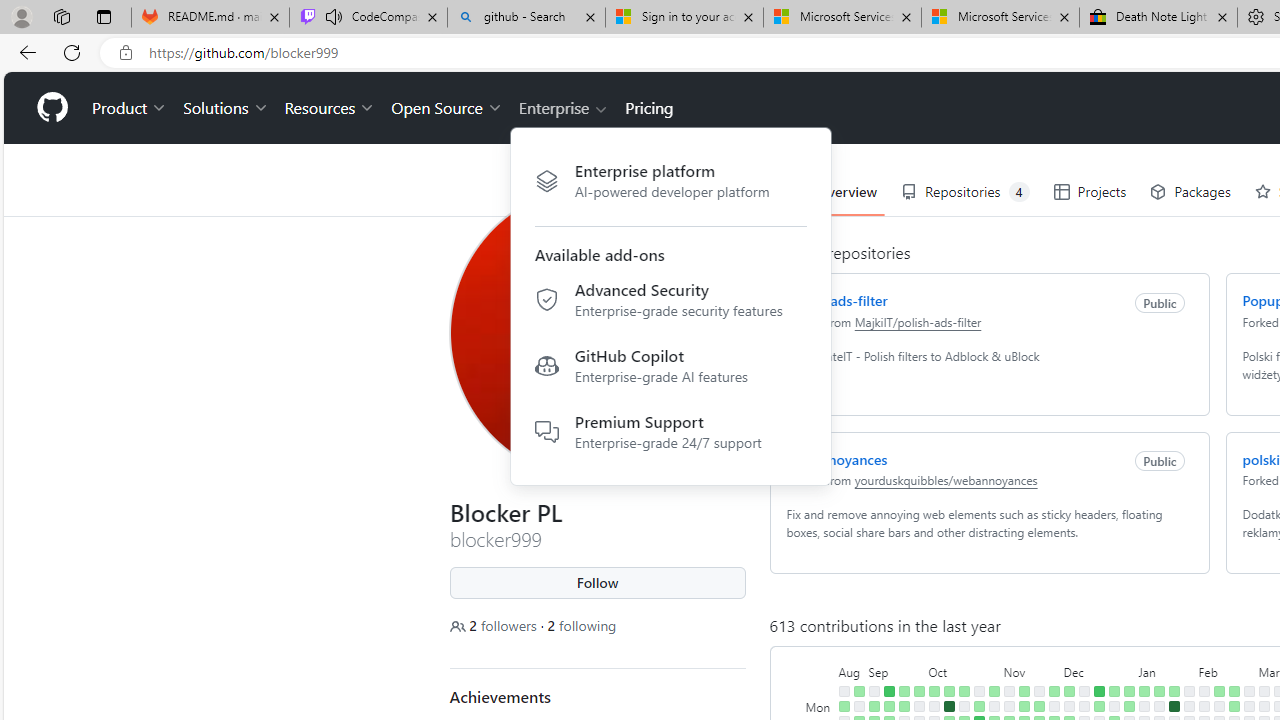 This screenshot has height=720, width=1280. I want to click on 'Day of Week', so click(819, 670).